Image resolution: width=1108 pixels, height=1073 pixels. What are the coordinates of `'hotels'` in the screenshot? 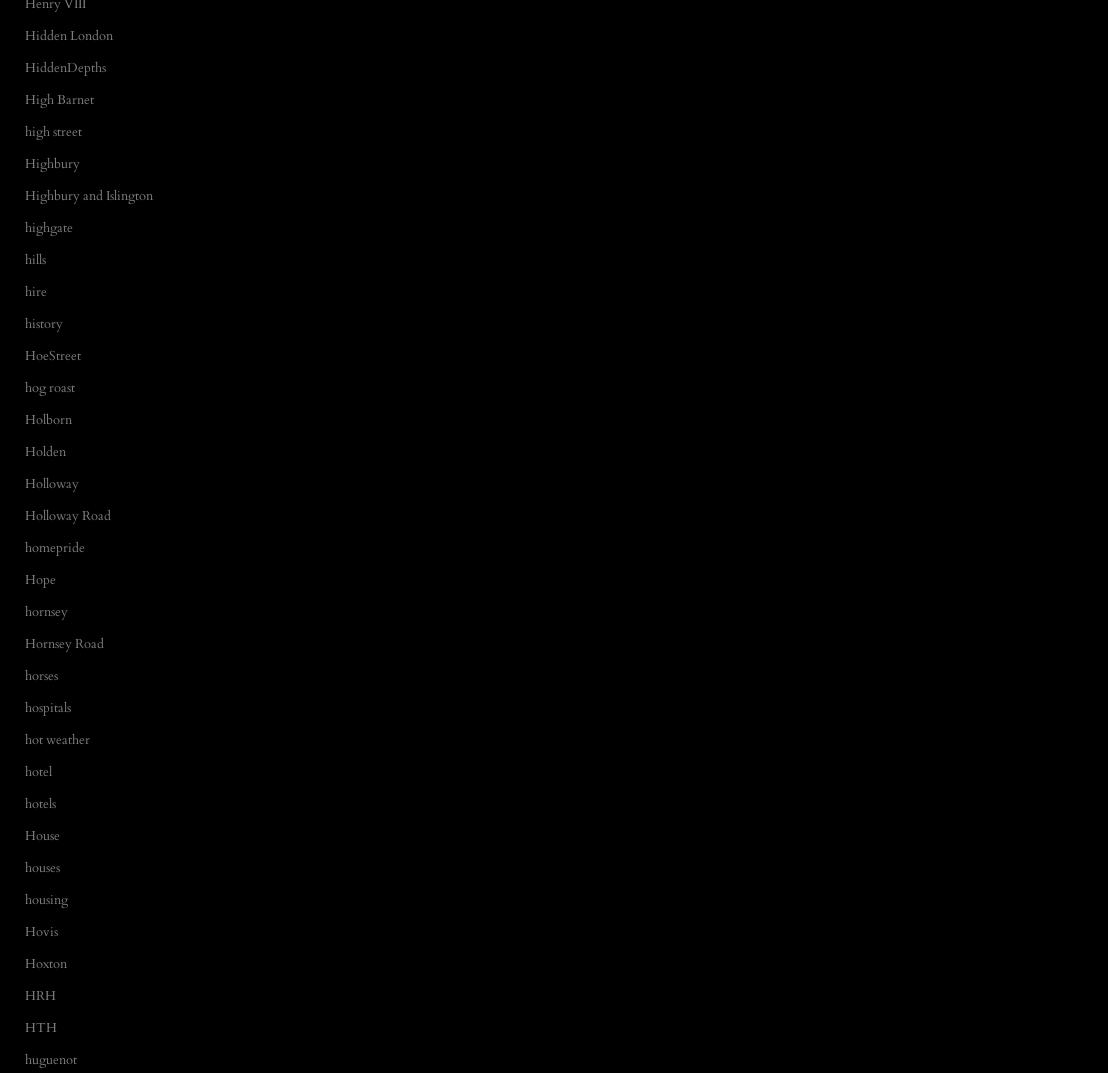 It's located at (40, 803).